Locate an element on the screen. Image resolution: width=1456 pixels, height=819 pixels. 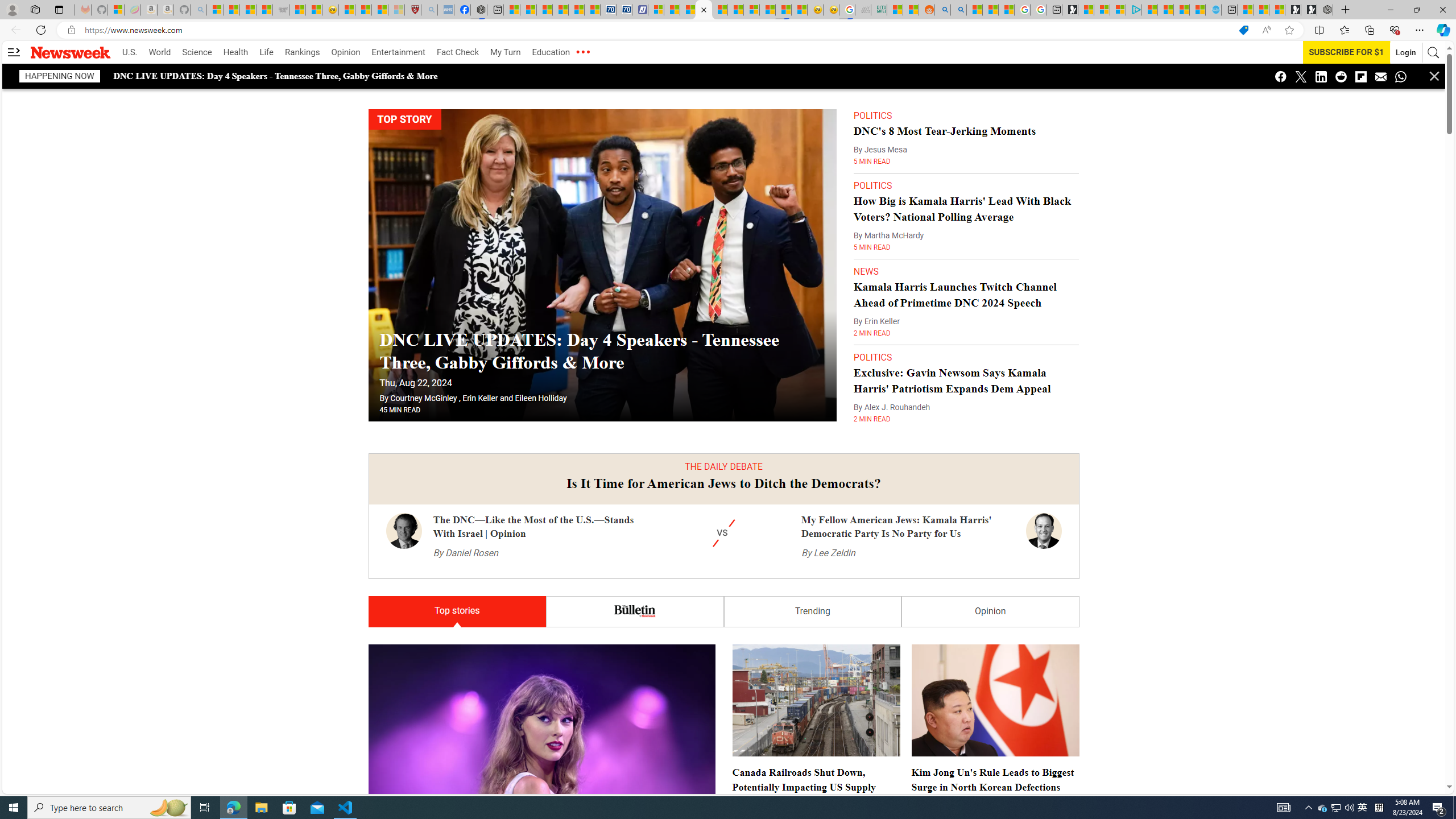
'By Erin Keller' is located at coordinates (876, 321).